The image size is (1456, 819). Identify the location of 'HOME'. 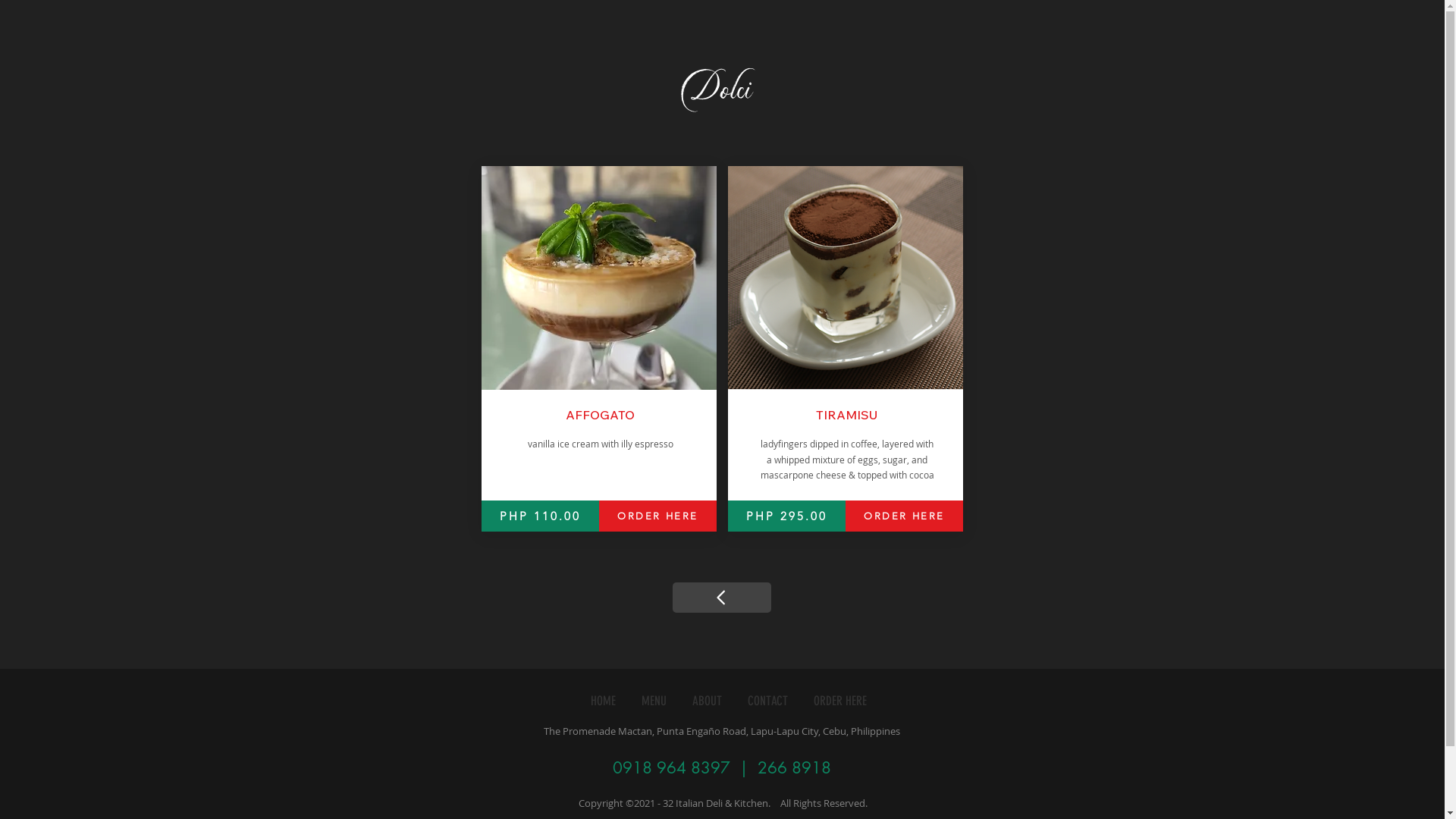
(602, 701).